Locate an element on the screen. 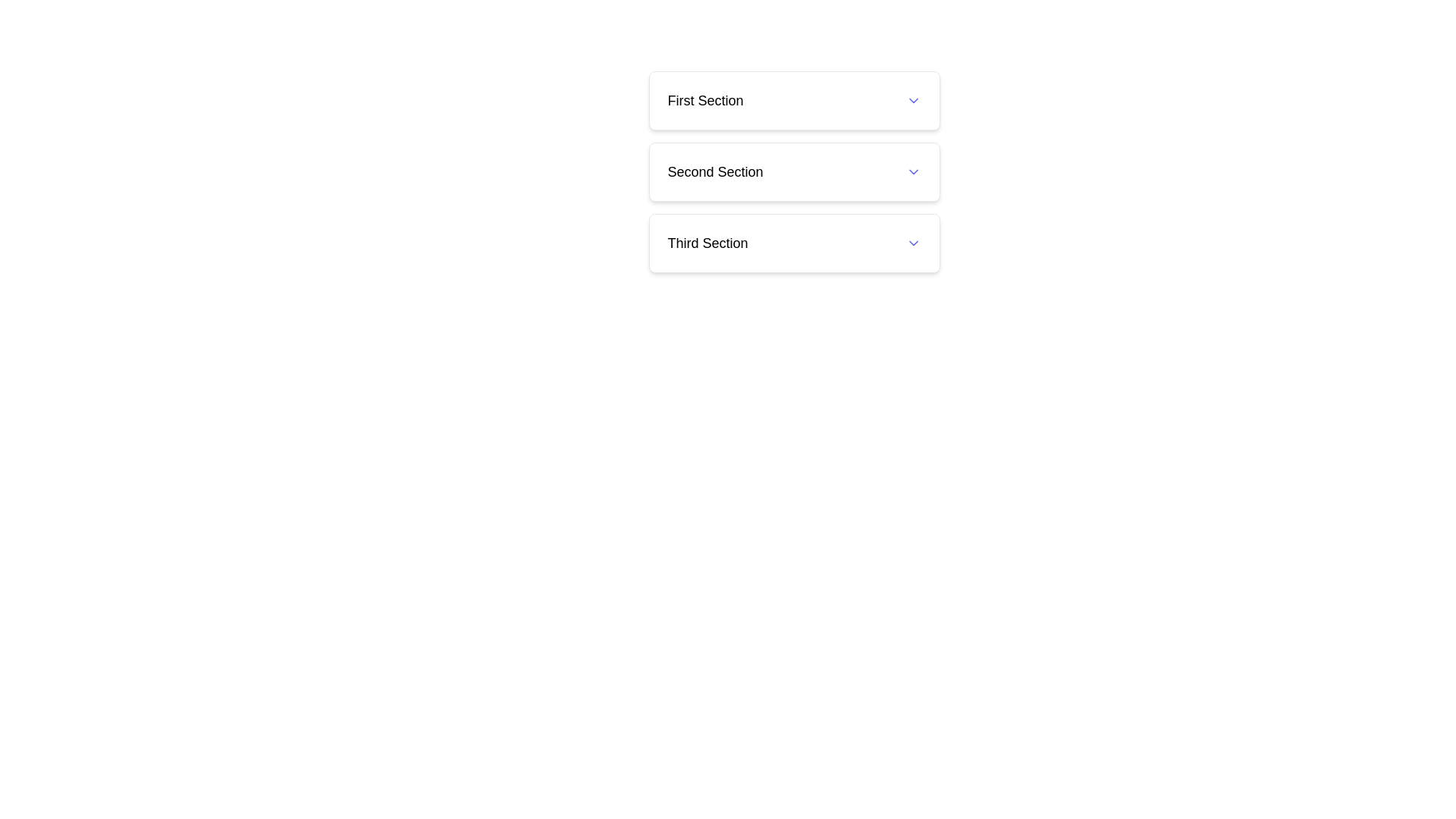  the Chevron icon next to the 'Second Section' is located at coordinates (912, 171).